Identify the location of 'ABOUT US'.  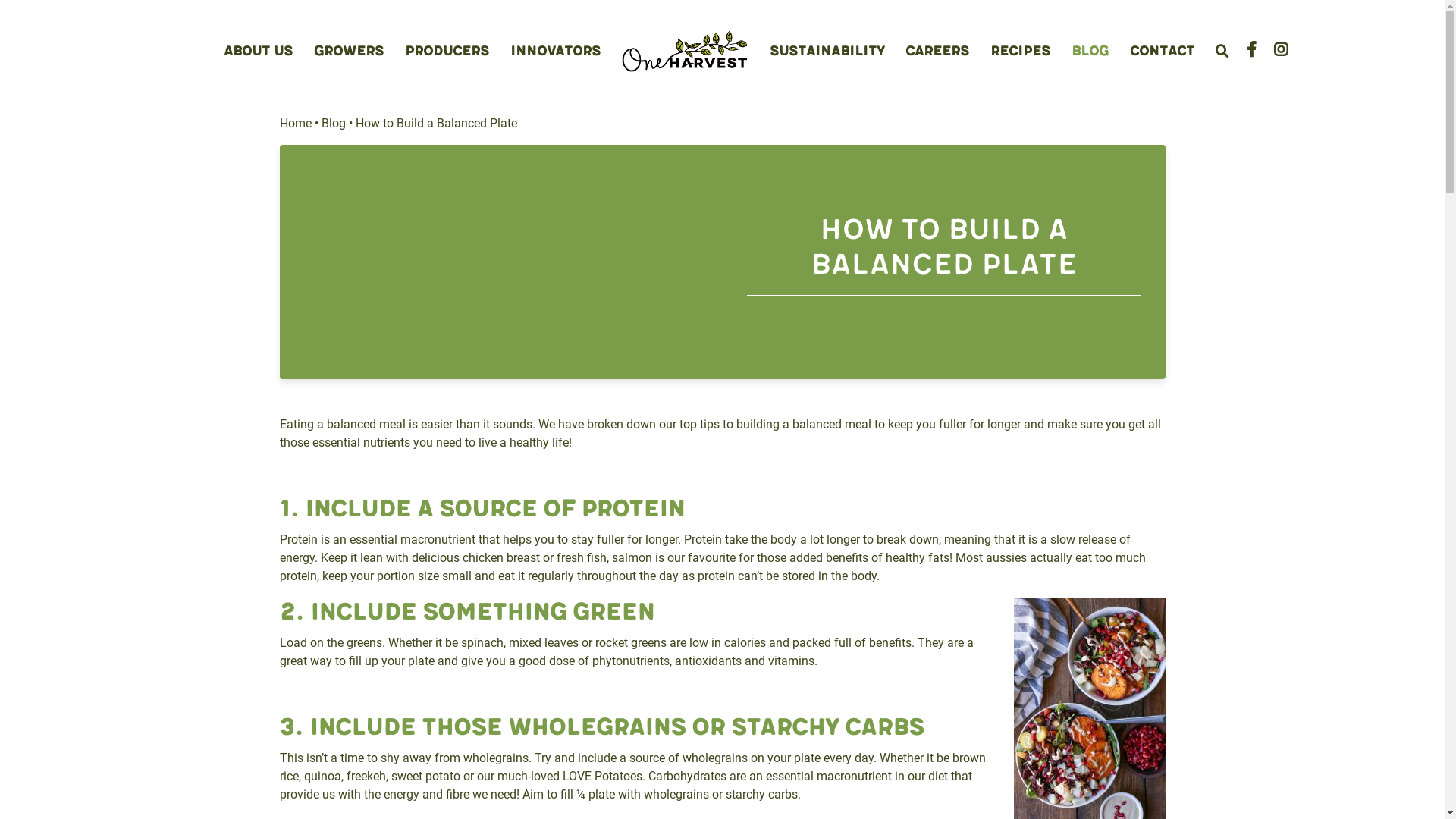
(258, 50).